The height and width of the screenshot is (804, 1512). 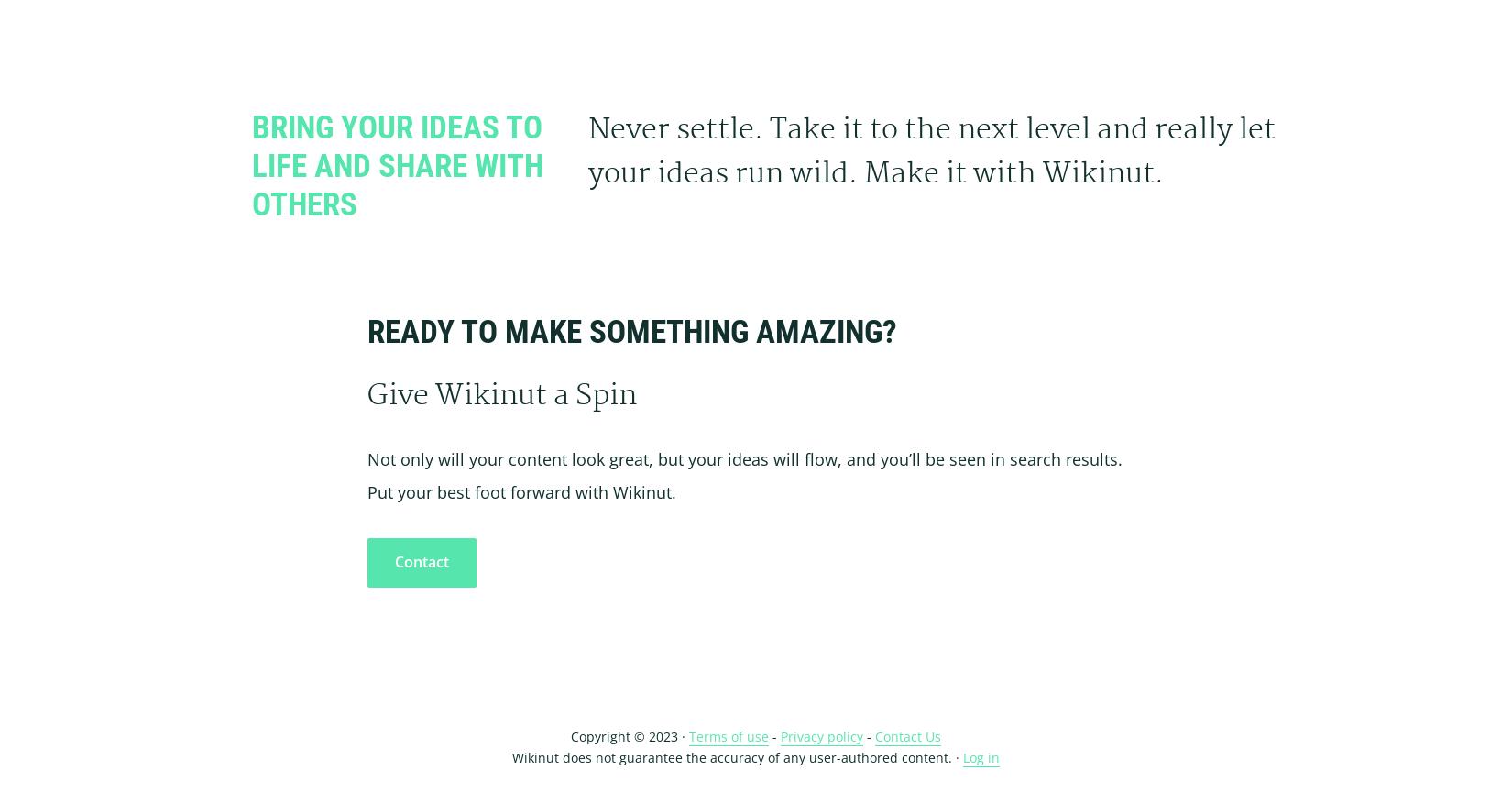 I want to click on 'Copyright © 2023 ·', so click(x=629, y=735).